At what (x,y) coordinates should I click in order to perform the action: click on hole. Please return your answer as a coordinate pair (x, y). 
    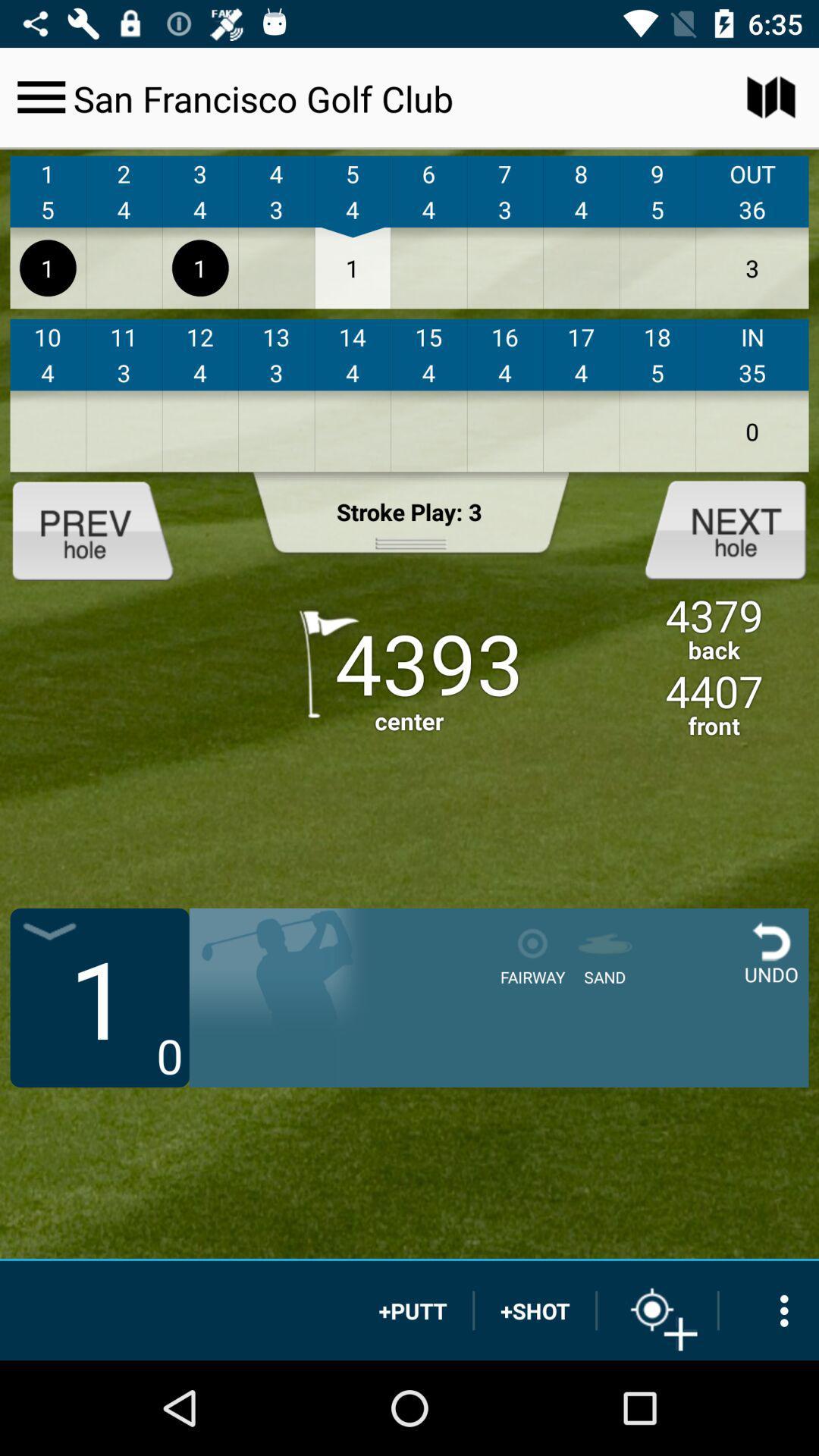
    Looking at the image, I should click on (713, 529).